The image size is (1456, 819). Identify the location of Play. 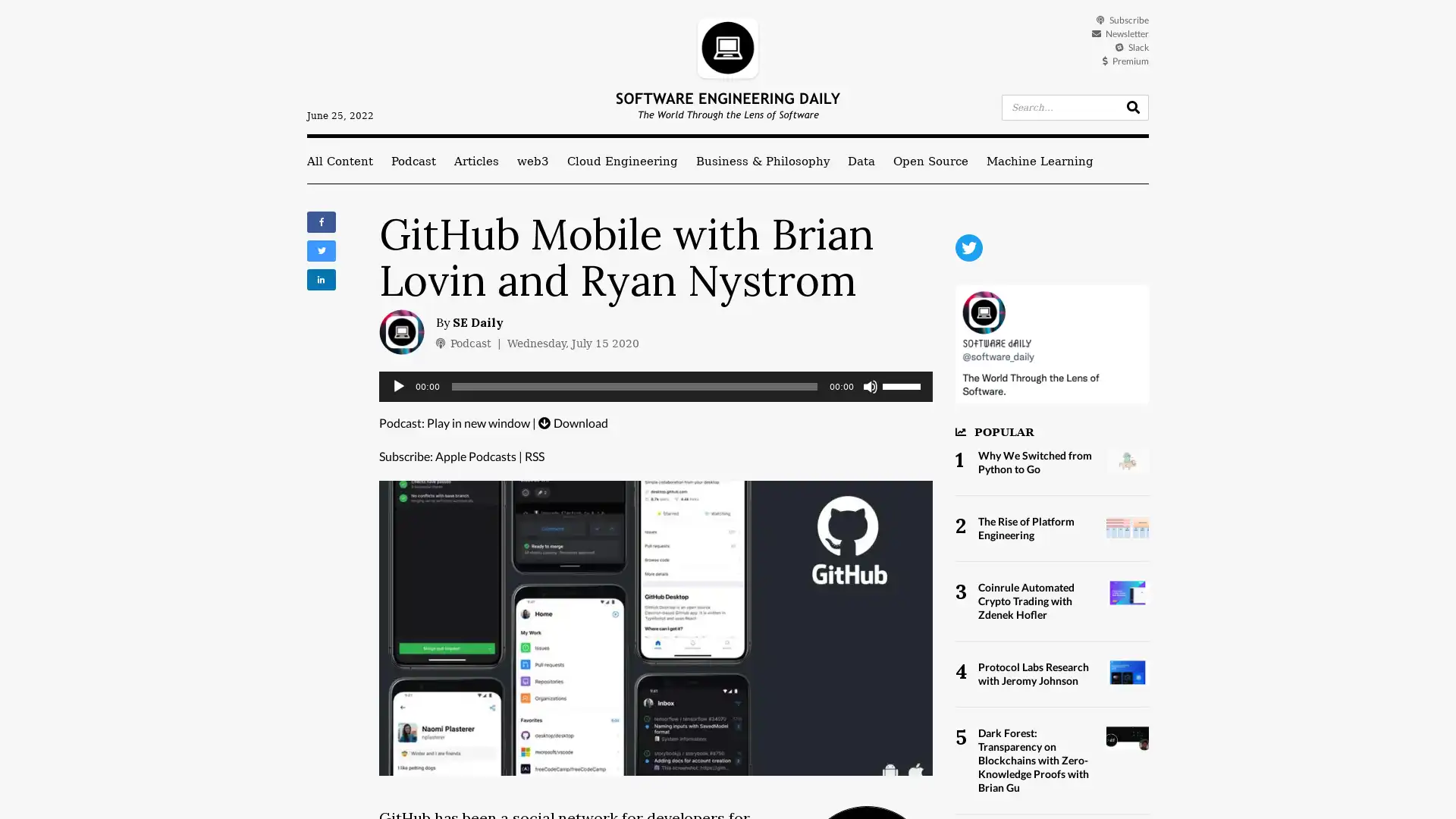
(397, 385).